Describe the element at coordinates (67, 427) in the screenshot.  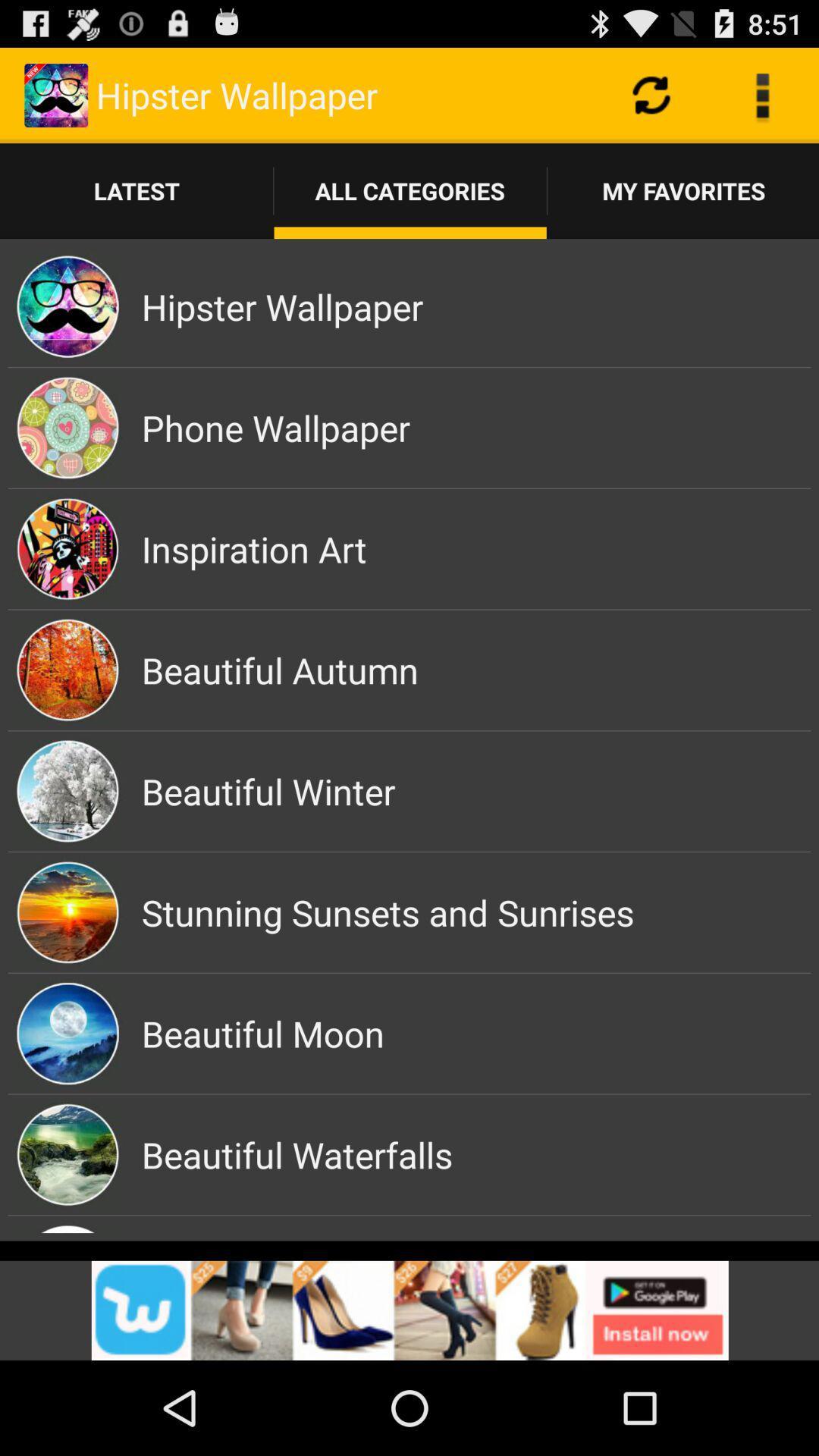
I see `the image which is left side of the phone wallpaper` at that location.